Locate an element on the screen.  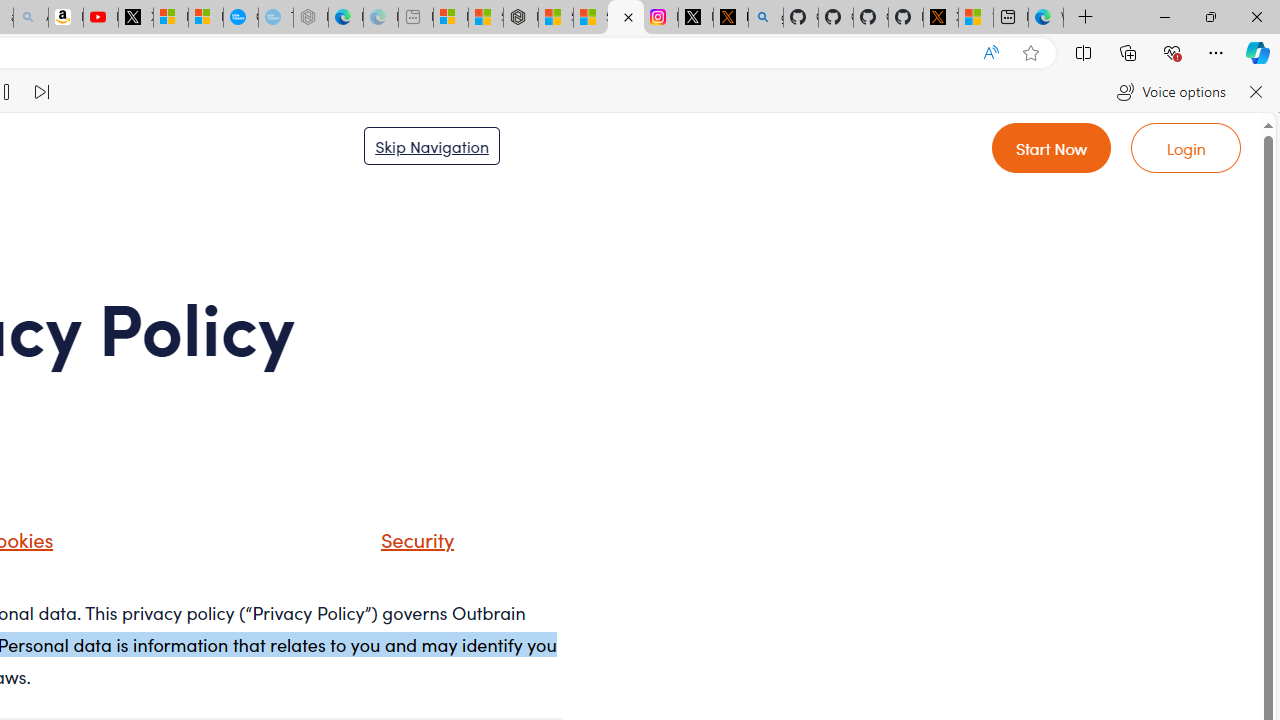
'The most popular Google ' is located at coordinates (274, 17).